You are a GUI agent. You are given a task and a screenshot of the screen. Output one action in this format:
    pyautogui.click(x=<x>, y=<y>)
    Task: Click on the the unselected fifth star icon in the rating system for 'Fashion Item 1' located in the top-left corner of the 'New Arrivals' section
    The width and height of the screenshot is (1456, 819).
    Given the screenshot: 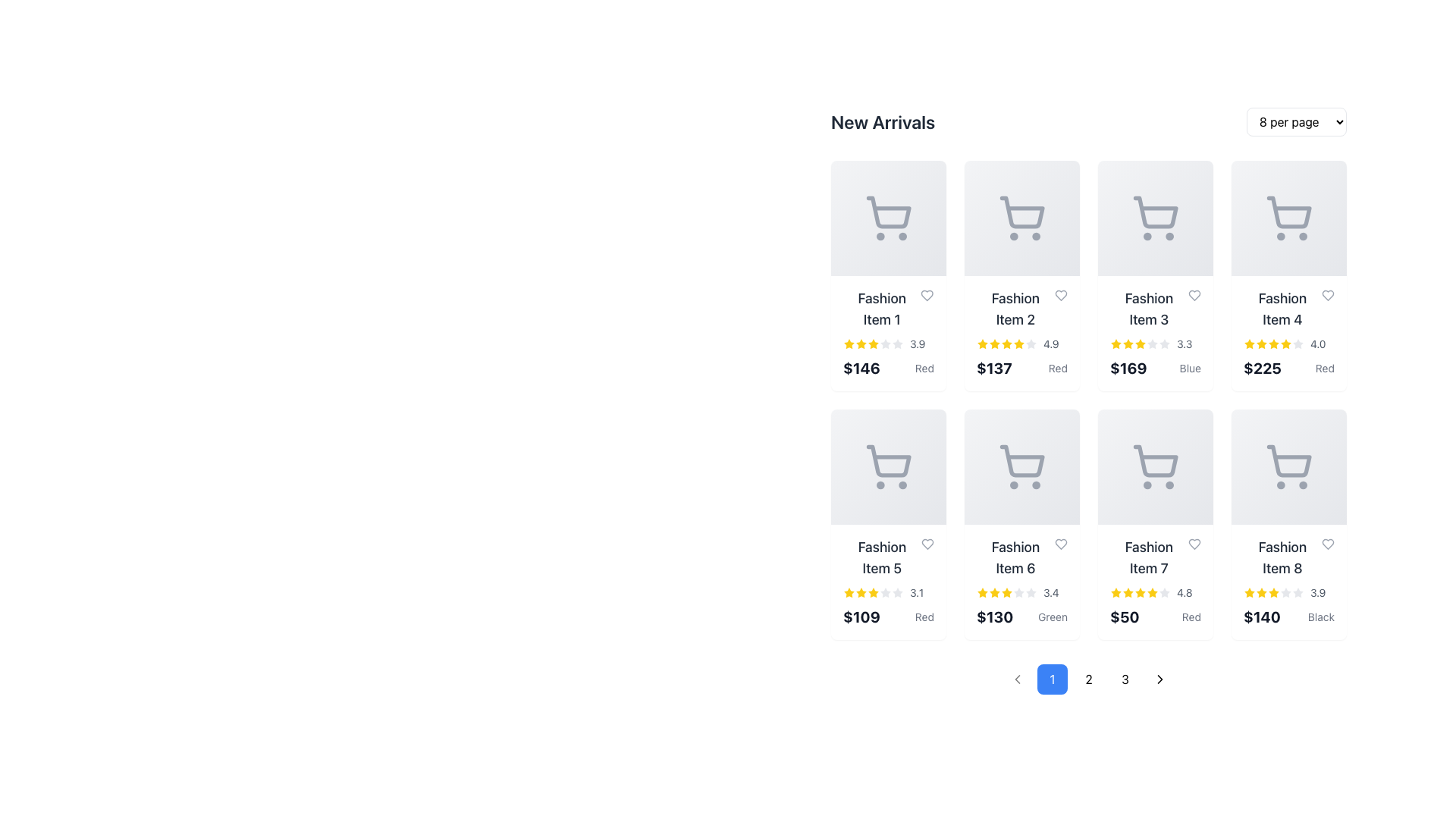 What is the action you would take?
    pyautogui.click(x=898, y=344)
    